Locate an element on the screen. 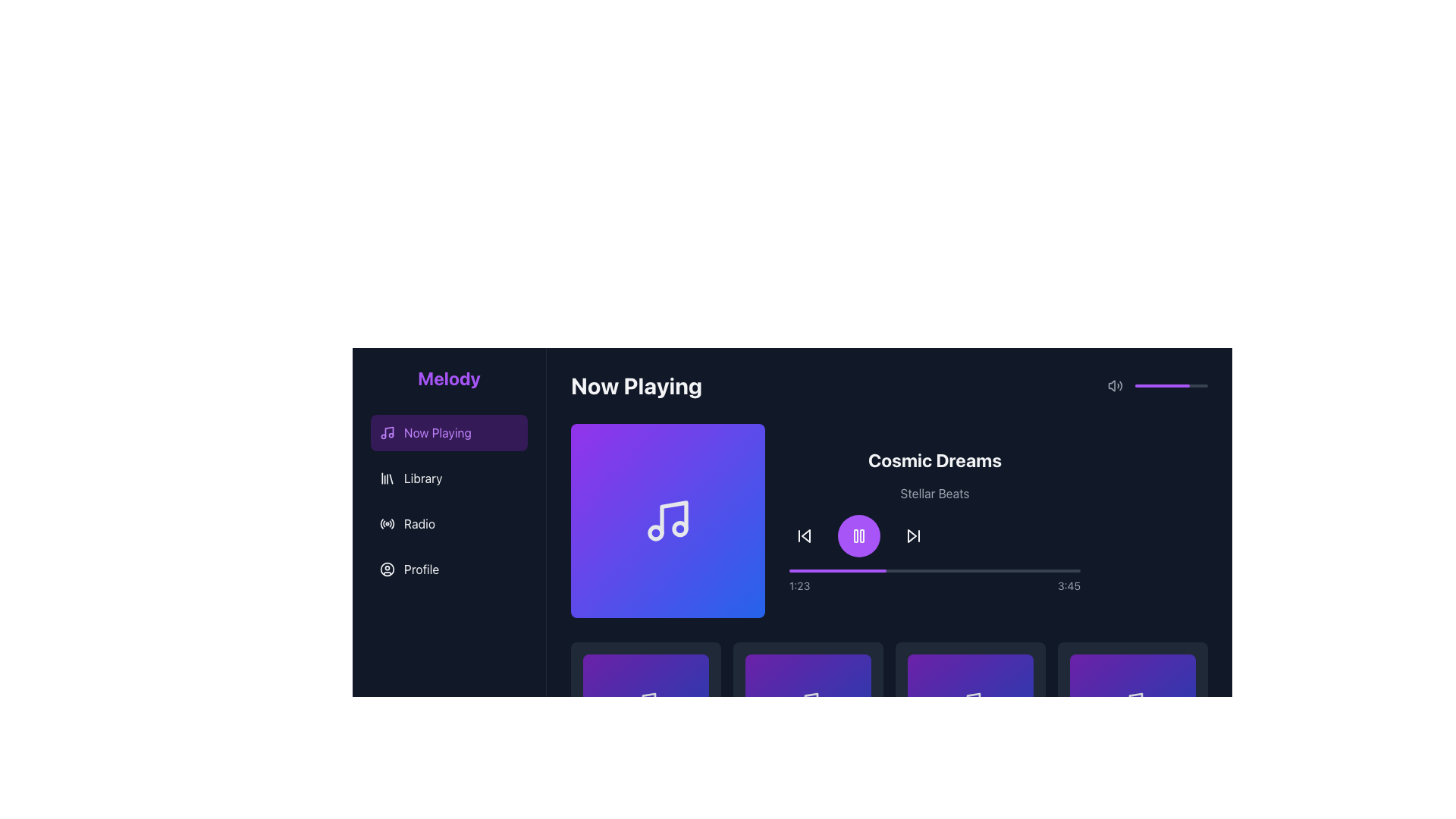 The width and height of the screenshot is (1456, 819). the slider is located at coordinates (1143, 385).